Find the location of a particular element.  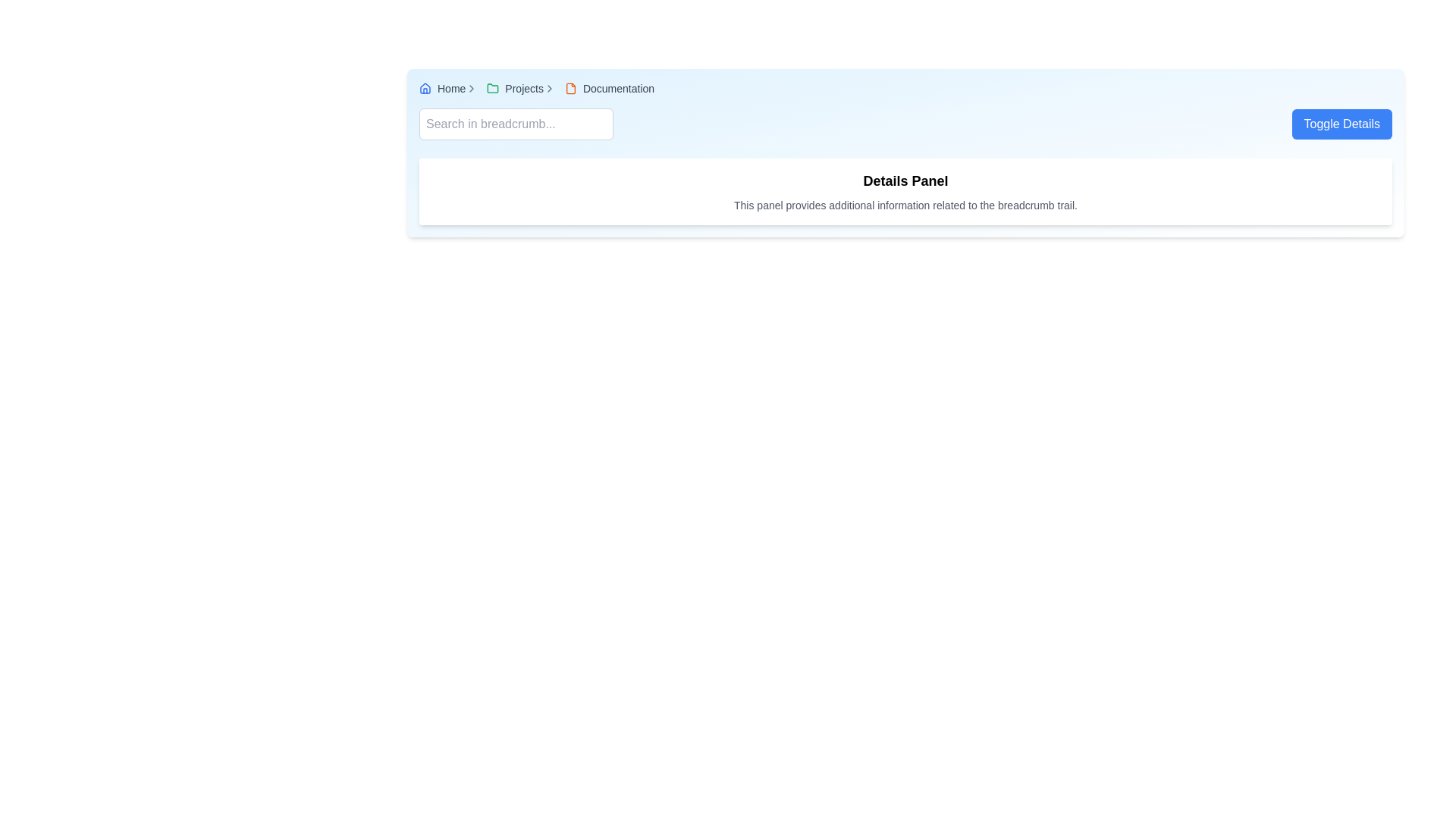

the breadcrumb link labeled 'Documentation' with an orange file icon, located in the breadcrumb navigation bar at the top of the interface is located at coordinates (610, 88).